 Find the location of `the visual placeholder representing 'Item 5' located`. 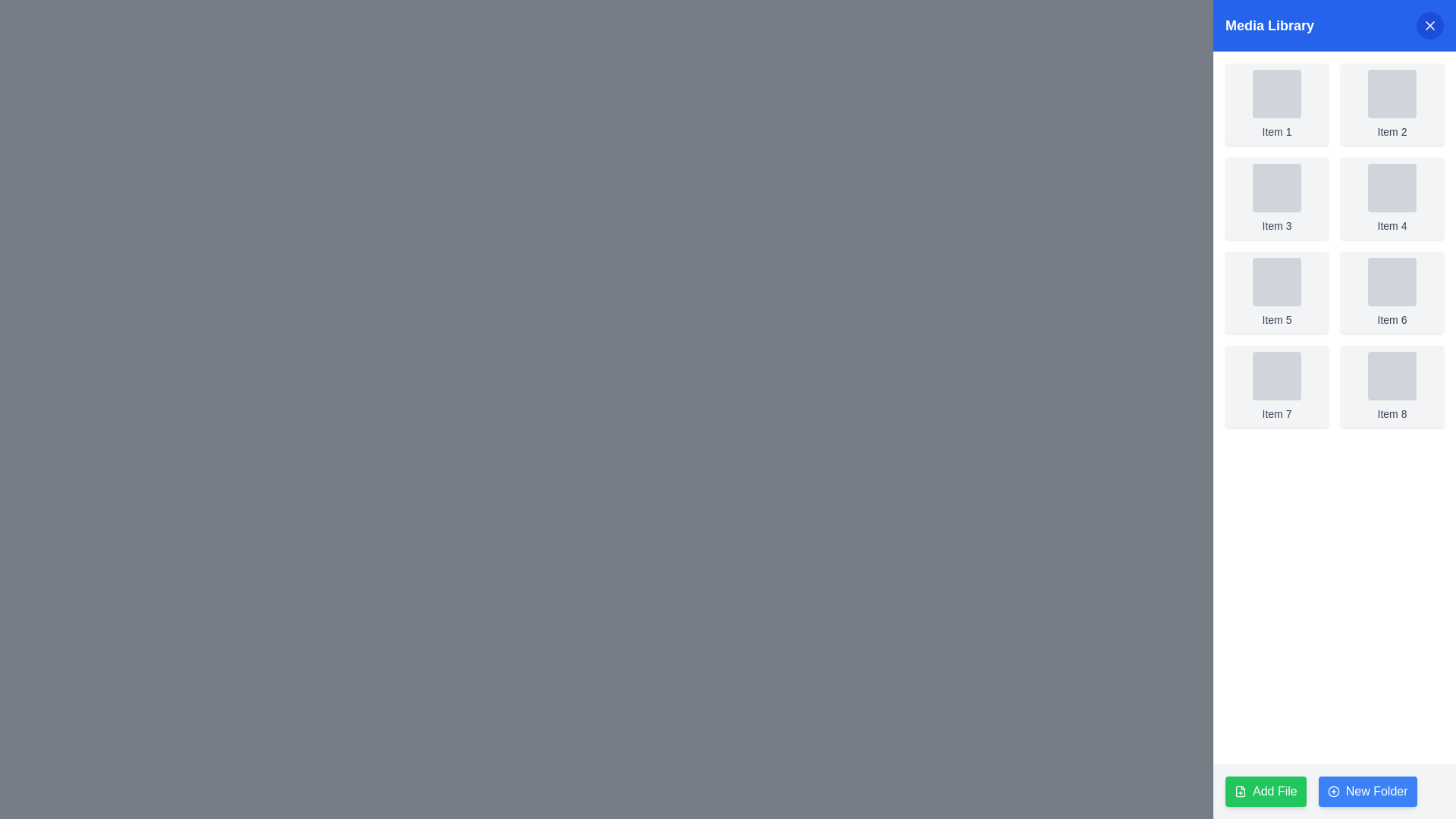

the visual placeholder representing 'Item 5' located is located at coordinates (1276, 281).